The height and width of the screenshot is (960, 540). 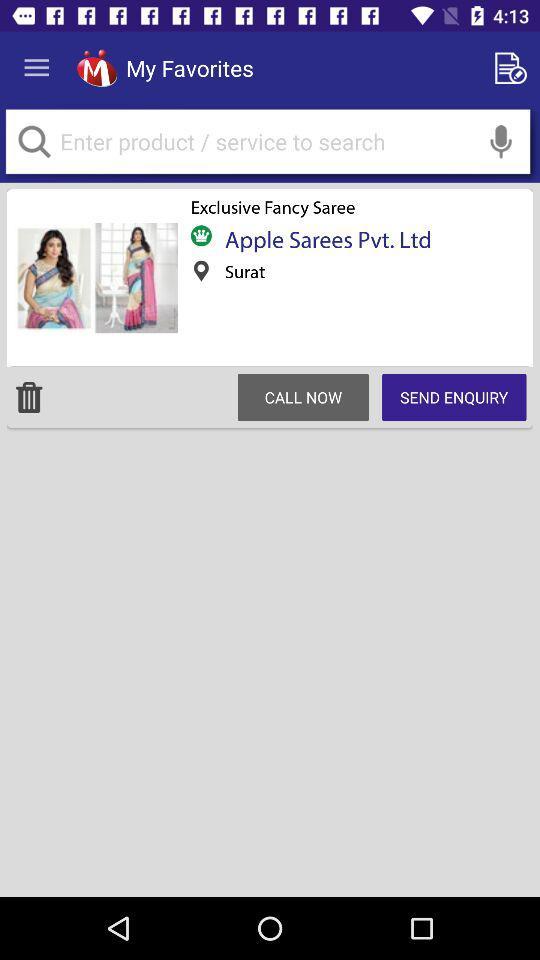 I want to click on your search query here, so click(x=267, y=140).